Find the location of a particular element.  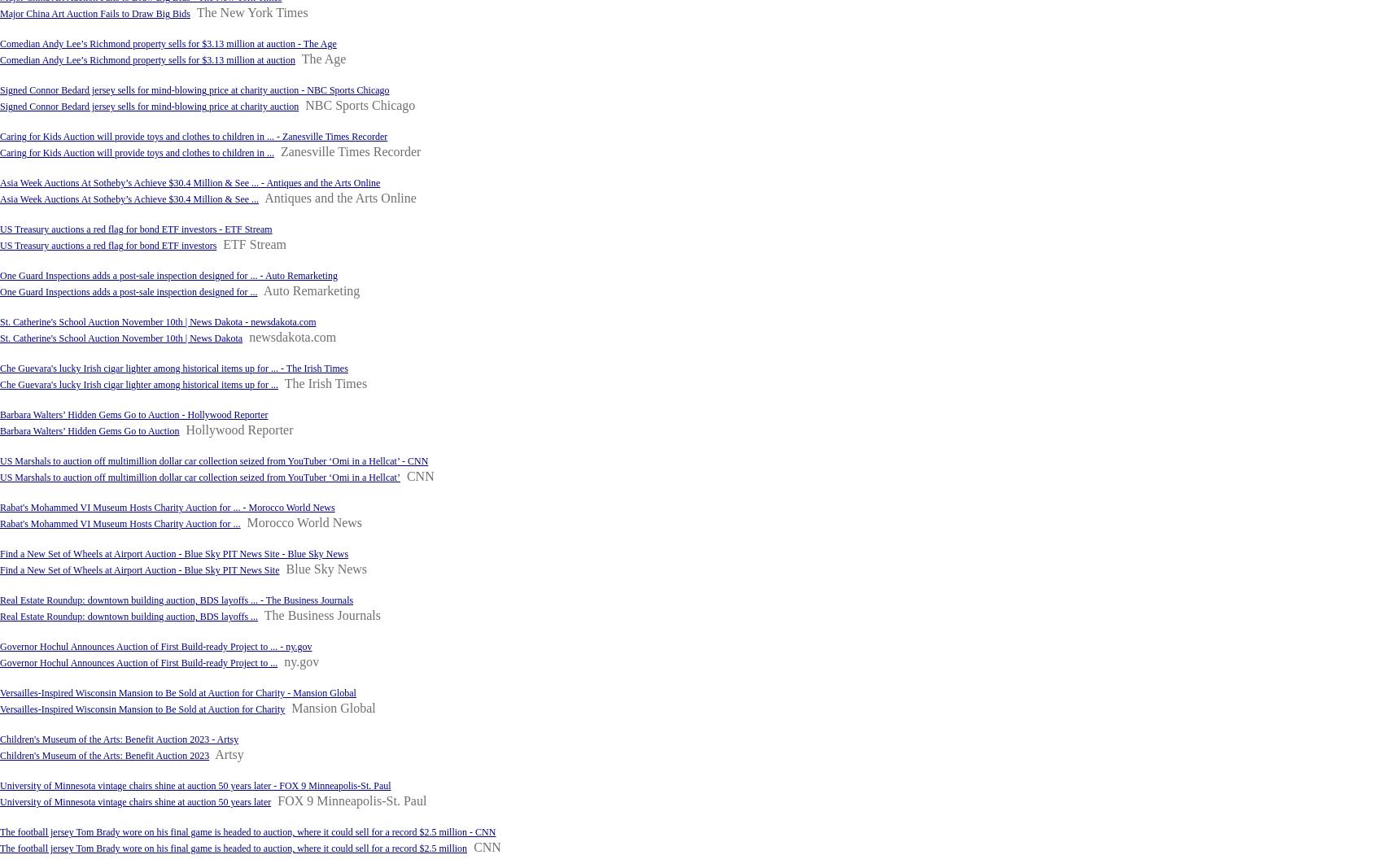

'ETF Stream' is located at coordinates (254, 244).